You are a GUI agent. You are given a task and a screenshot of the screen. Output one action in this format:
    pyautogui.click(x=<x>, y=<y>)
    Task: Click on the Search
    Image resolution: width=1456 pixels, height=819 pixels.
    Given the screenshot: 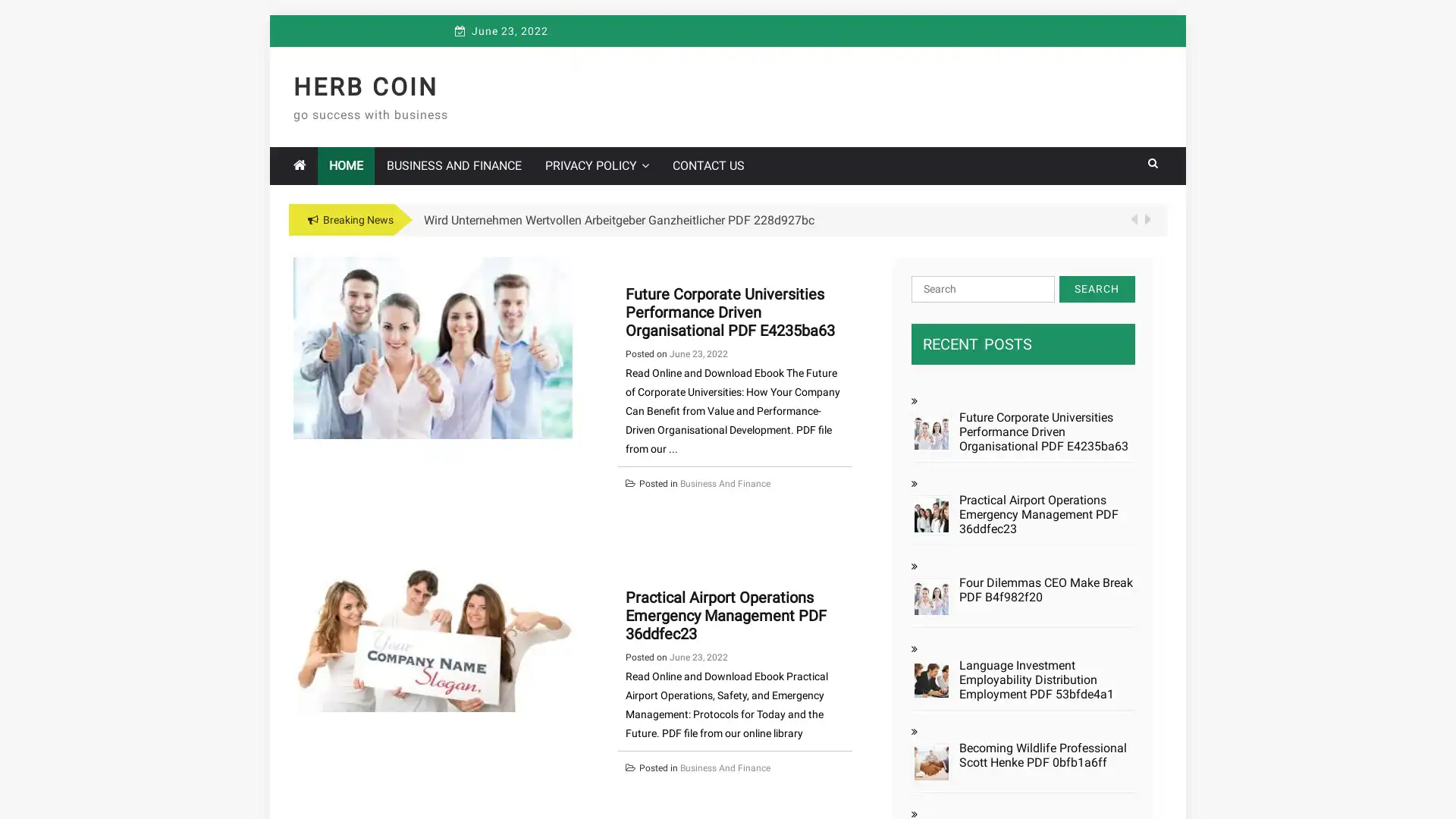 What is the action you would take?
    pyautogui.click(x=1096, y=288)
    